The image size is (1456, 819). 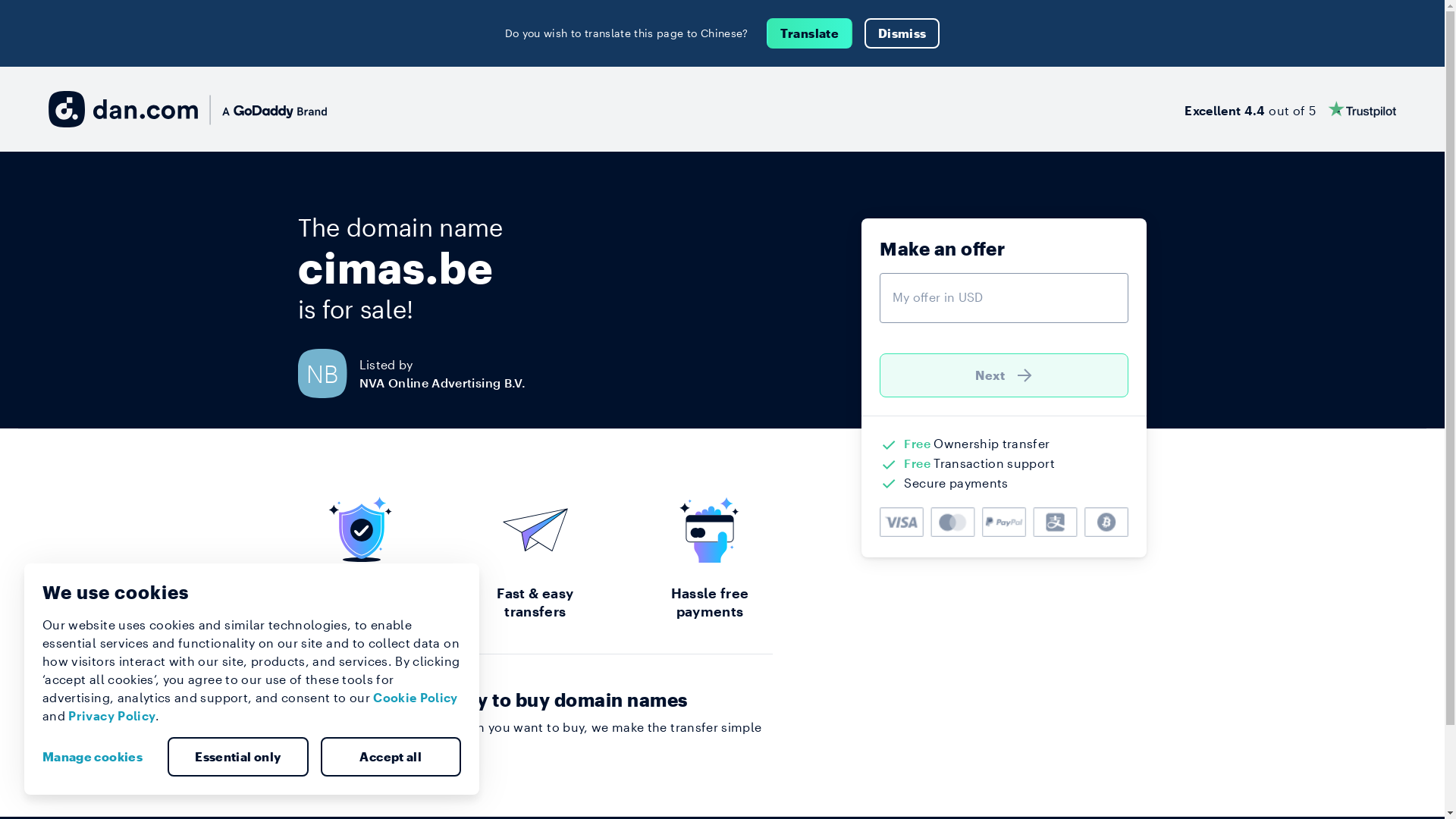 What do you see at coordinates (902, 33) in the screenshot?
I see `'Dismiss'` at bounding box center [902, 33].